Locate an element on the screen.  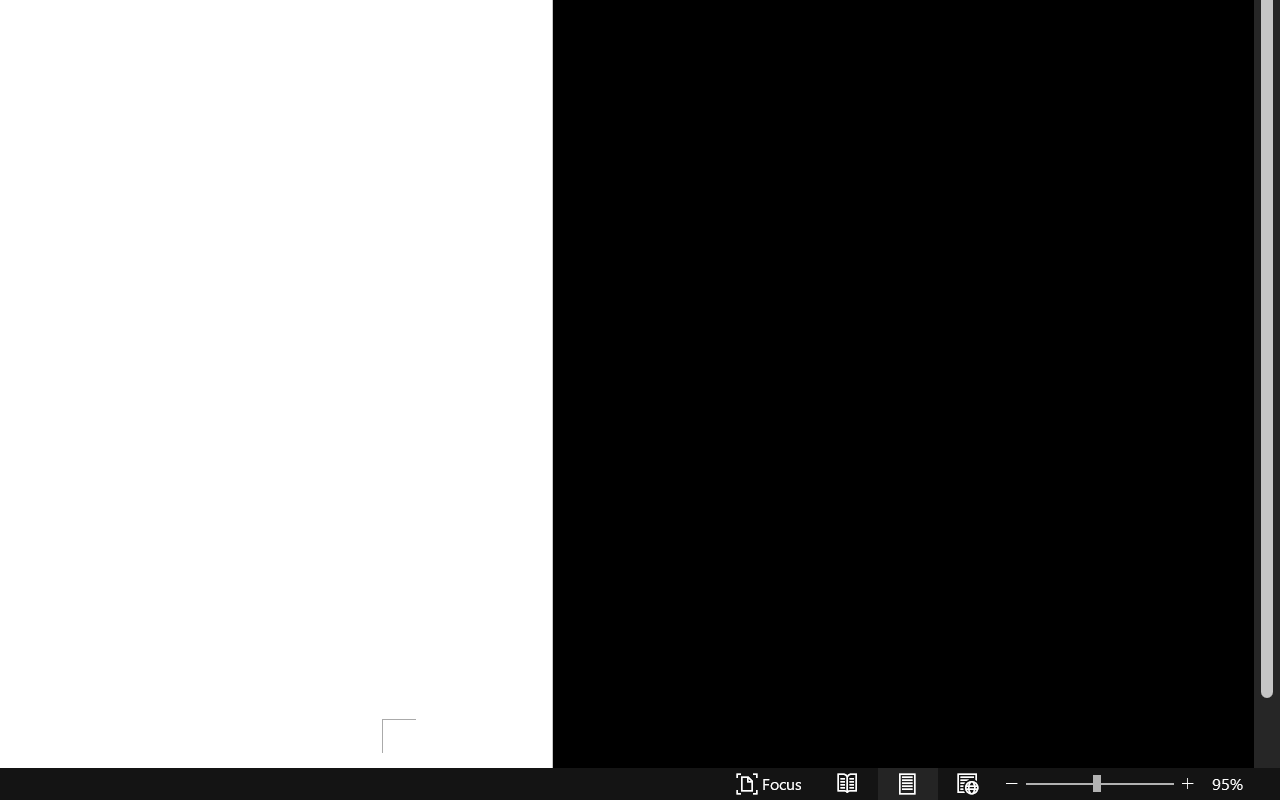
'Page down' is located at coordinates (1266, 735).